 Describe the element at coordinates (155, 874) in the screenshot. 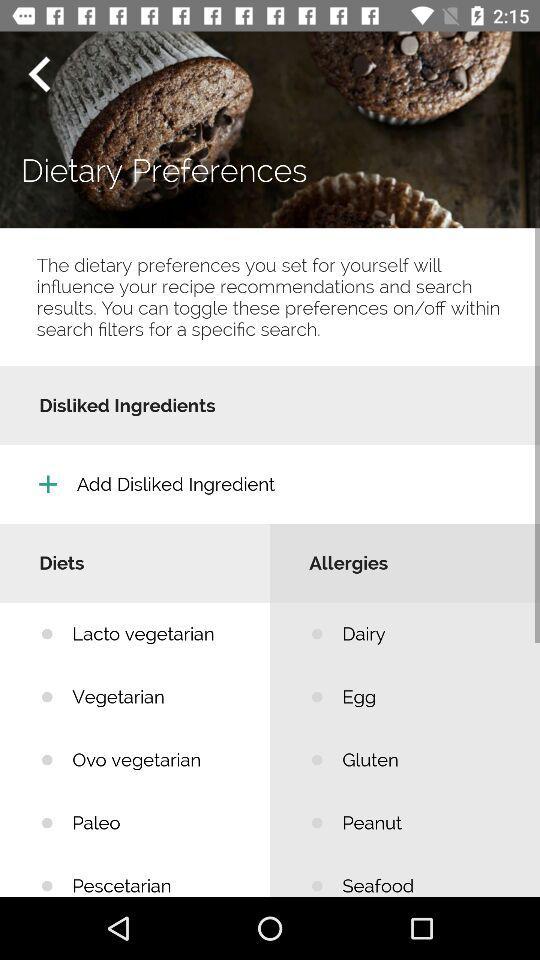

I see `pescetarian` at that location.